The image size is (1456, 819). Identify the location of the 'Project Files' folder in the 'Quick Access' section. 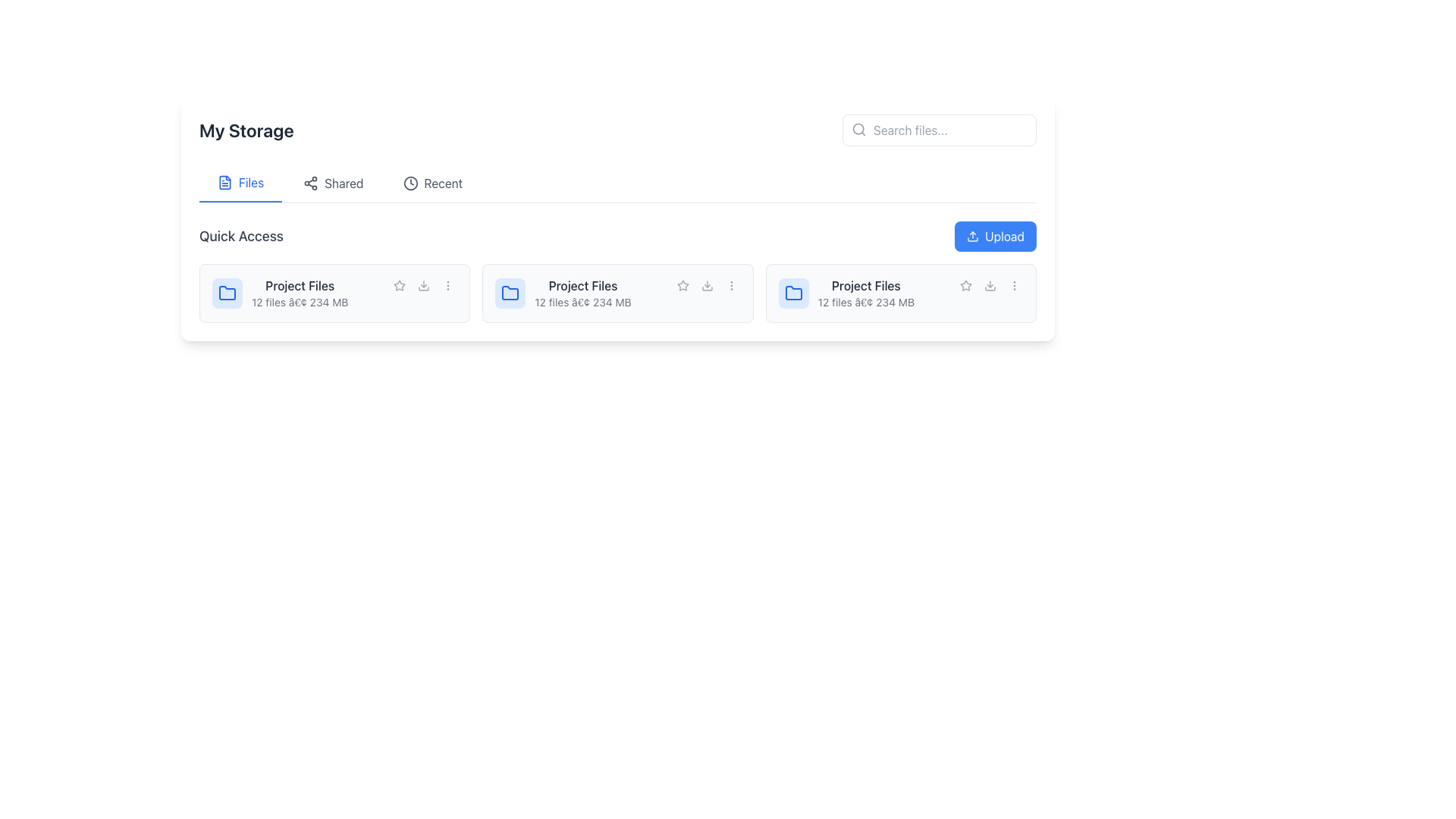
(563, 293).